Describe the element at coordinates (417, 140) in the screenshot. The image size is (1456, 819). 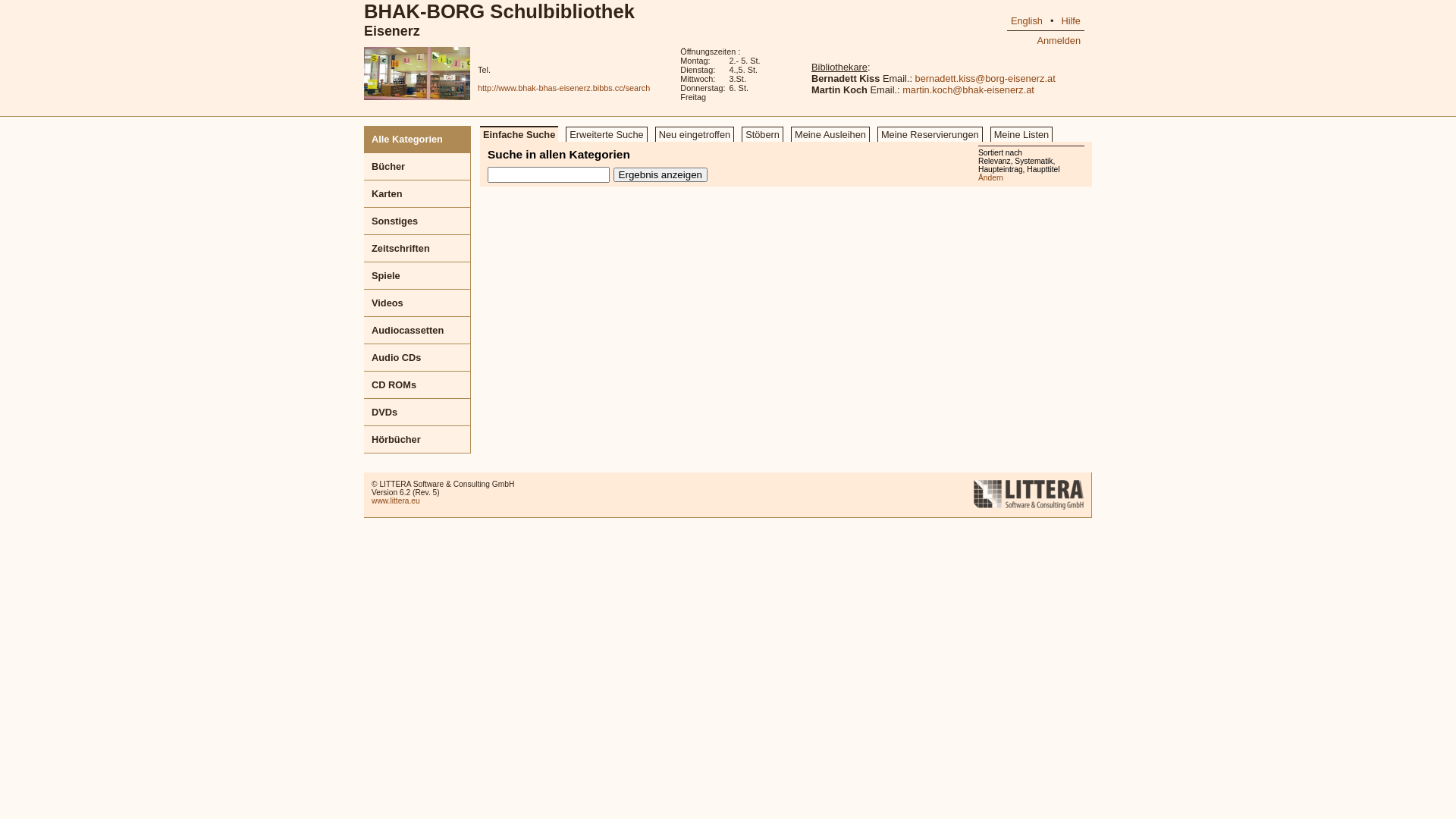
I see `'Alle Kategorien'` at that location.